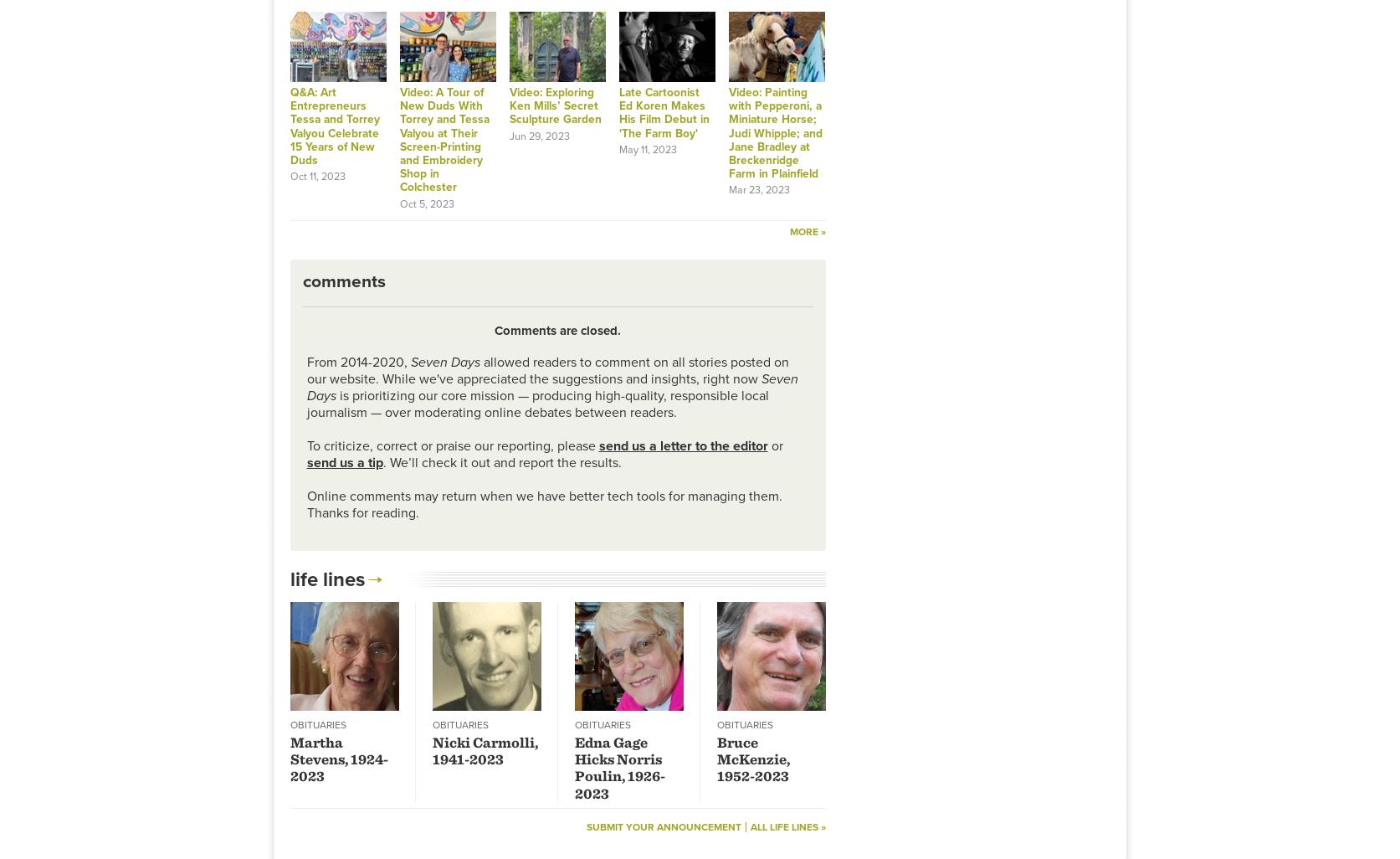 The image size is (1400, 859). Describe the element at coordinates (356, 362) in the screenshot. I see `'From 2014-2020,'` at that location.